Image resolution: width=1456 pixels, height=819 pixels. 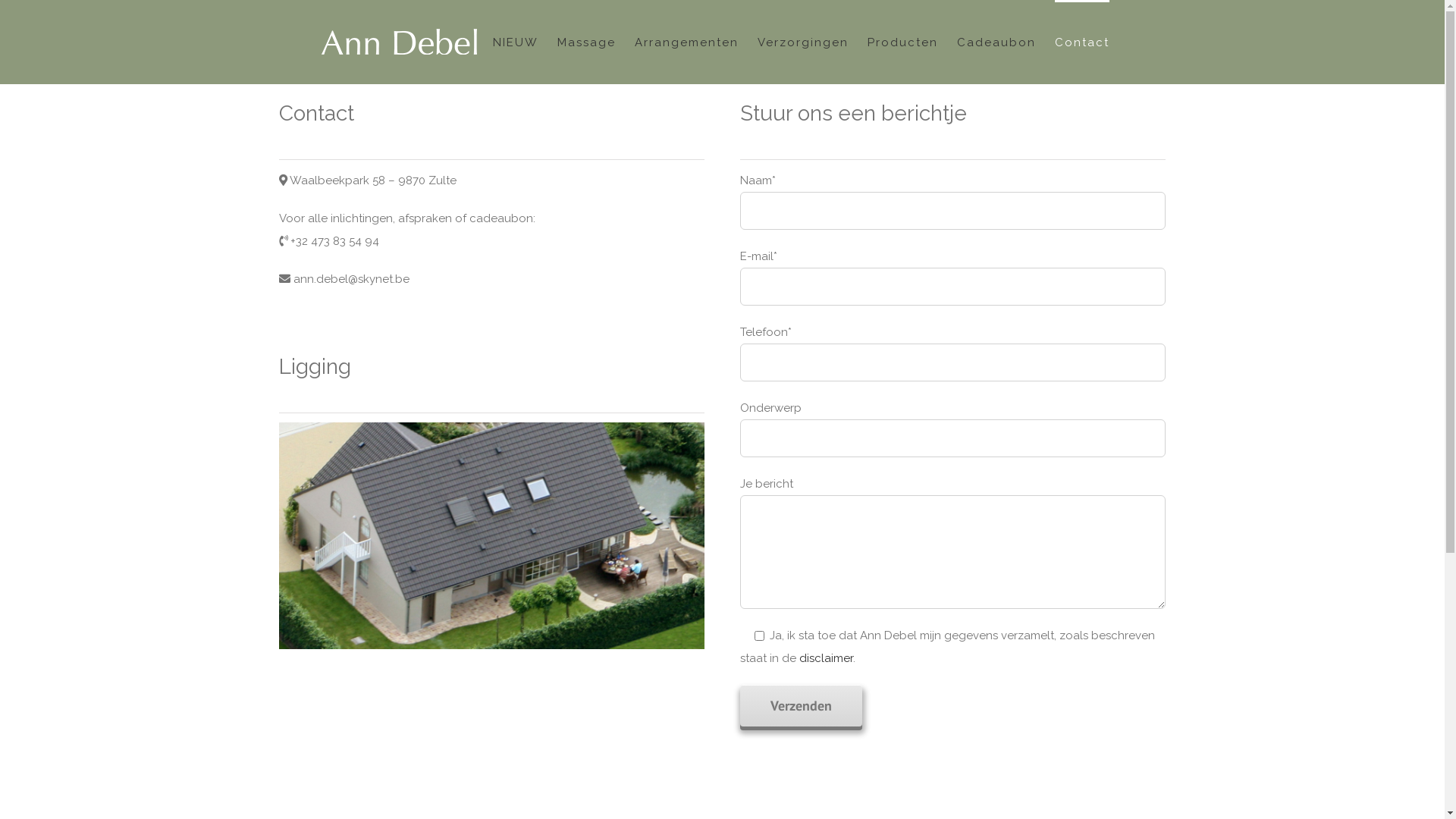 What do you see at coordinates (902, 40) in the screenshot?
I see `'Producten'` at bounding box center [902, 40].